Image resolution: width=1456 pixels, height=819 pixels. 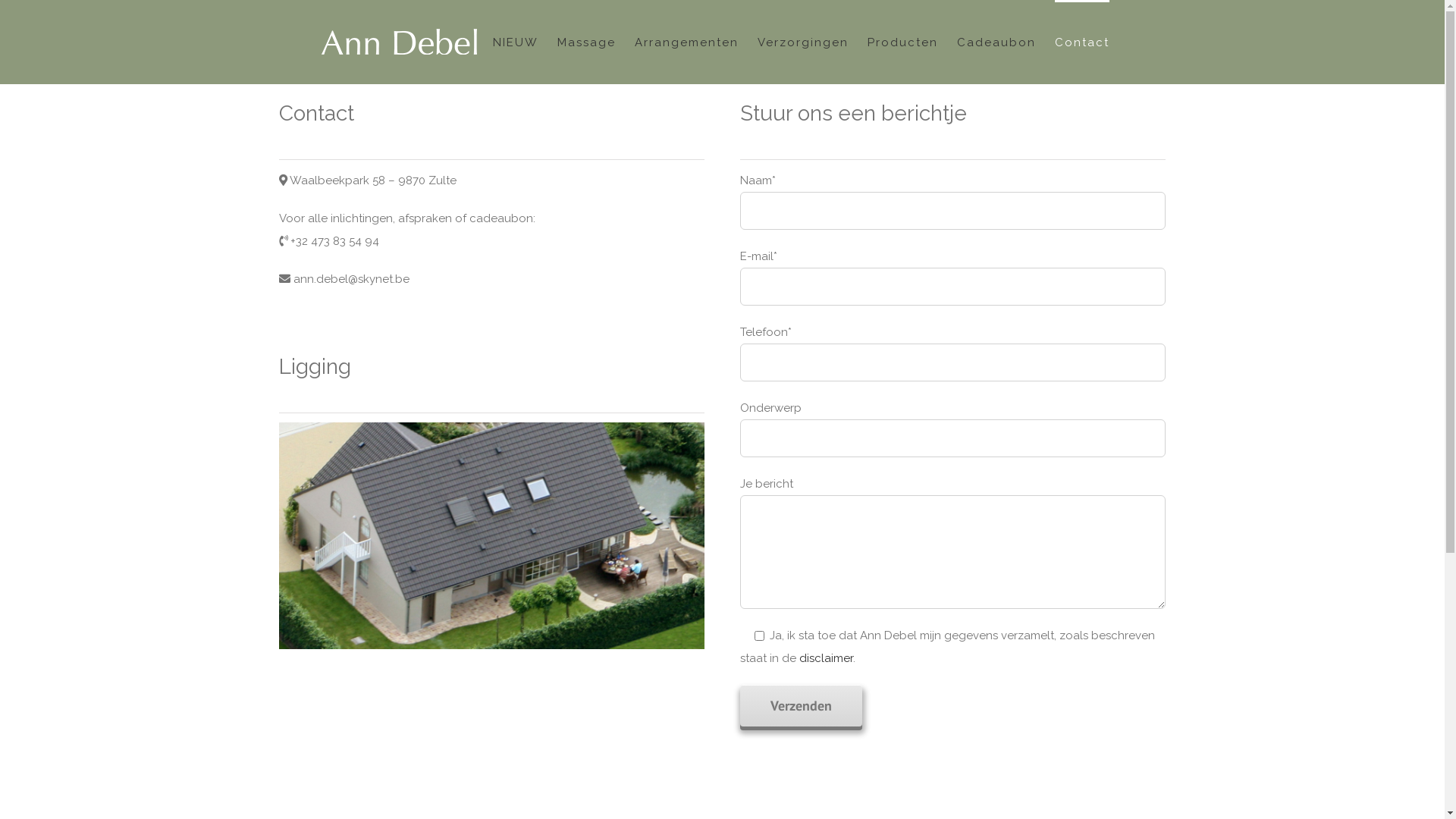 What do you see at coordinates (902, 40) in the screenshot?
I see `'Producten'` at bounding box center [902, 40].